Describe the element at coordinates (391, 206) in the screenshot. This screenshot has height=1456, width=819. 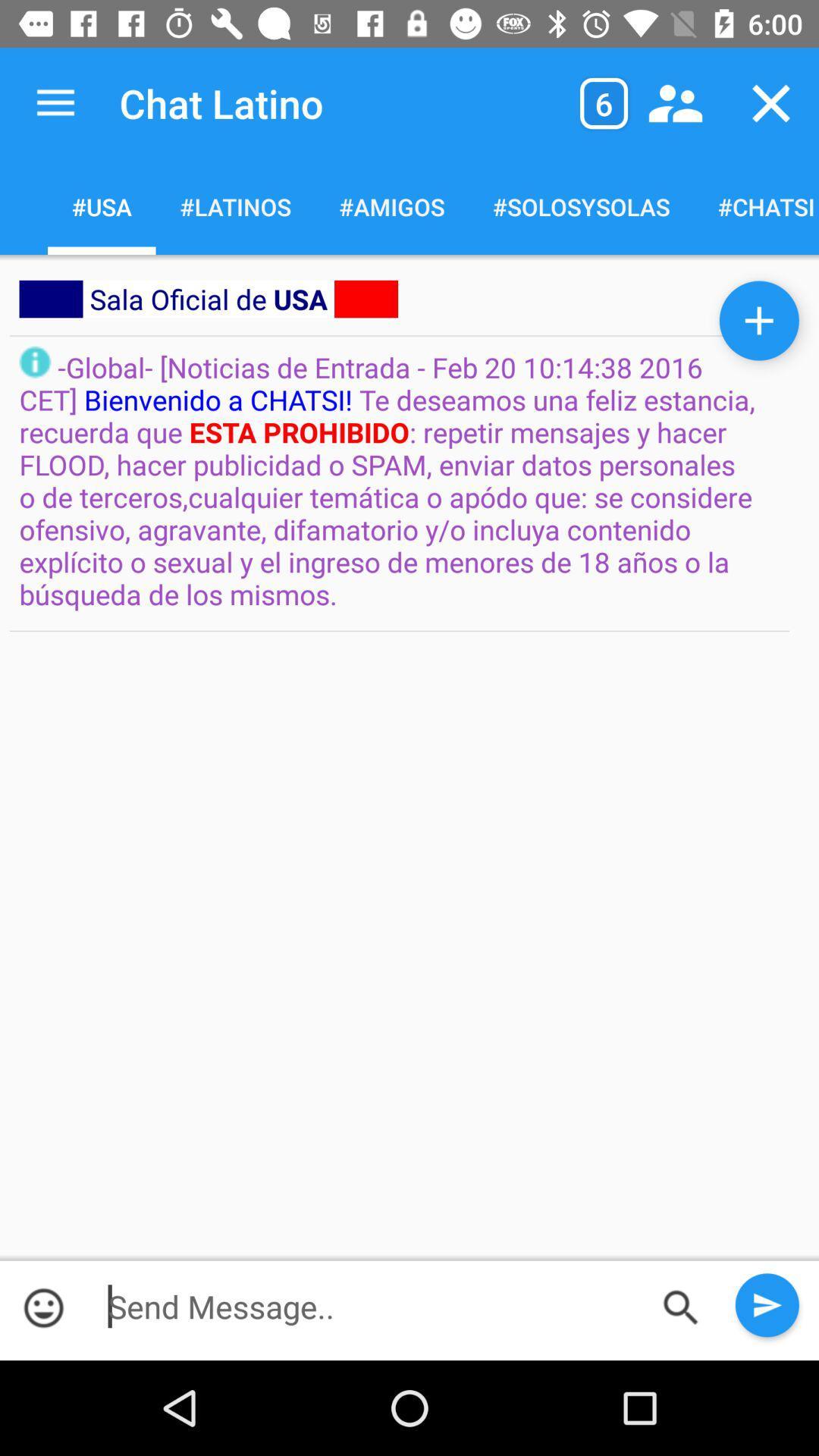
I see `the third option below text chat latino` at that location.